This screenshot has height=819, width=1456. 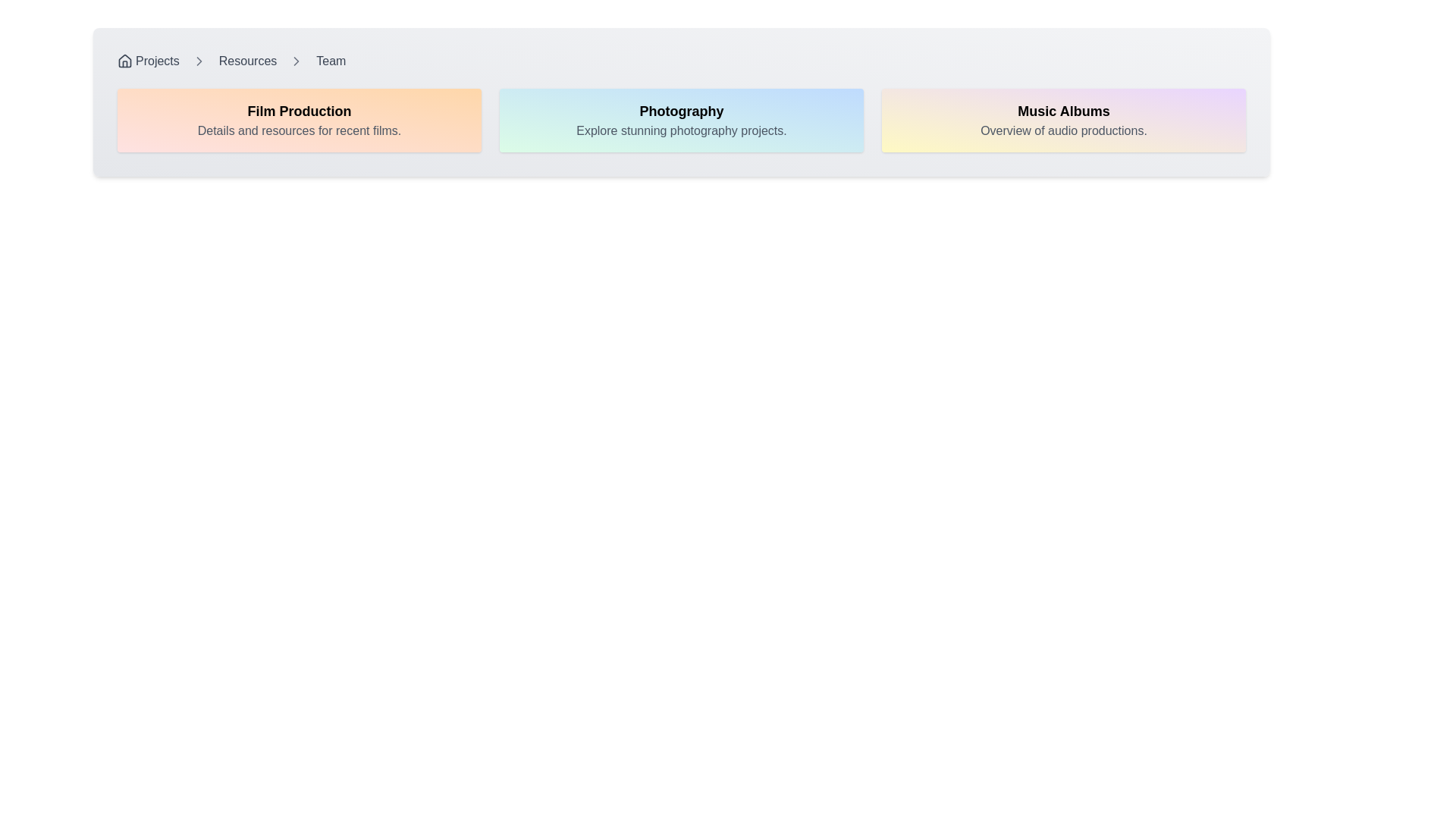 I want to click on the homepage icon located in the top-left corner of the interface, which precedes the text 'Projects' in the navigation breadcrumb, so click(x=124, y=61).